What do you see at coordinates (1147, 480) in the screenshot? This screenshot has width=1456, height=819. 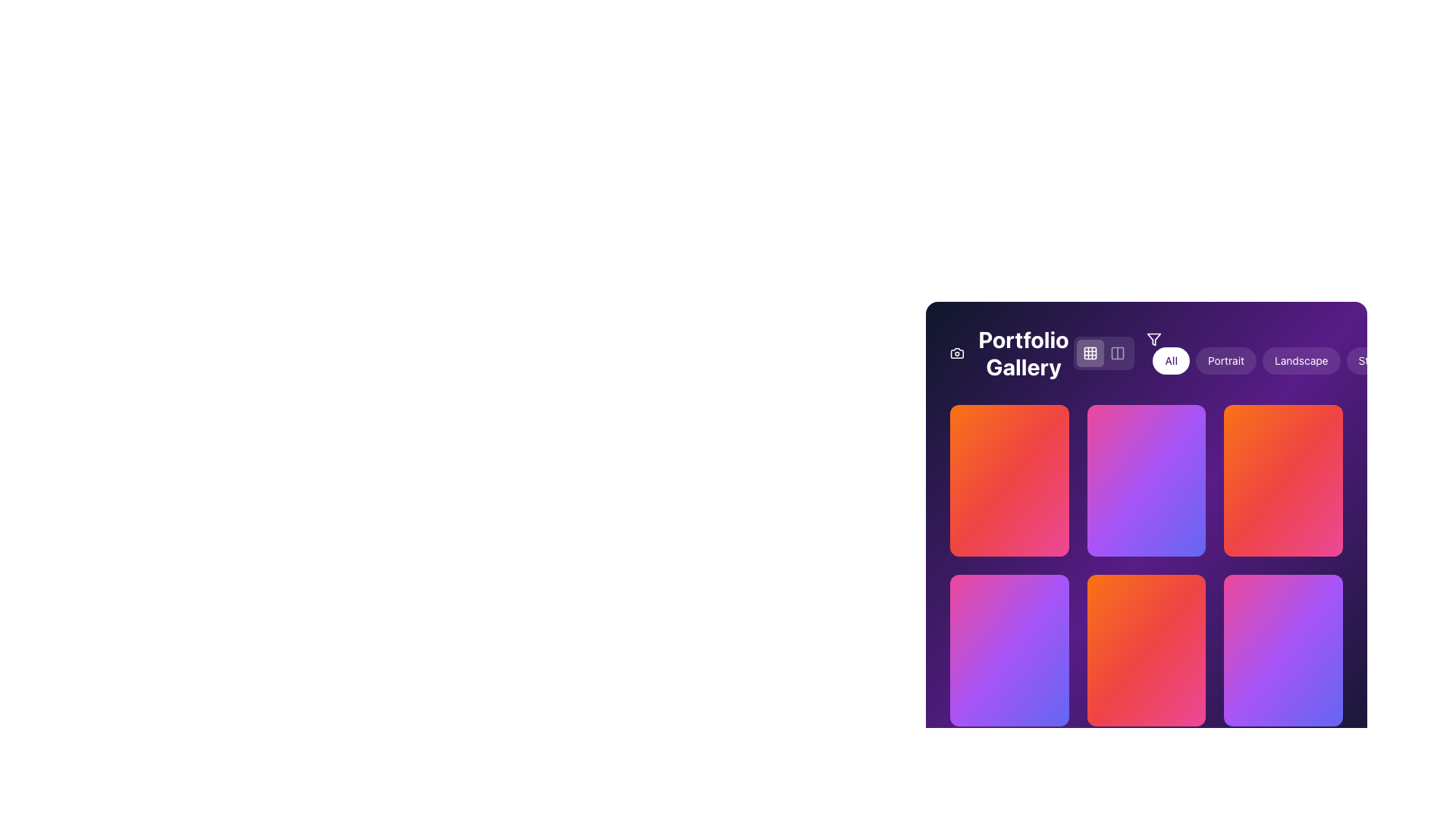 I see `the Grid Tile representing 'Artwork 27921122'` at bounding box center [1147, 480].